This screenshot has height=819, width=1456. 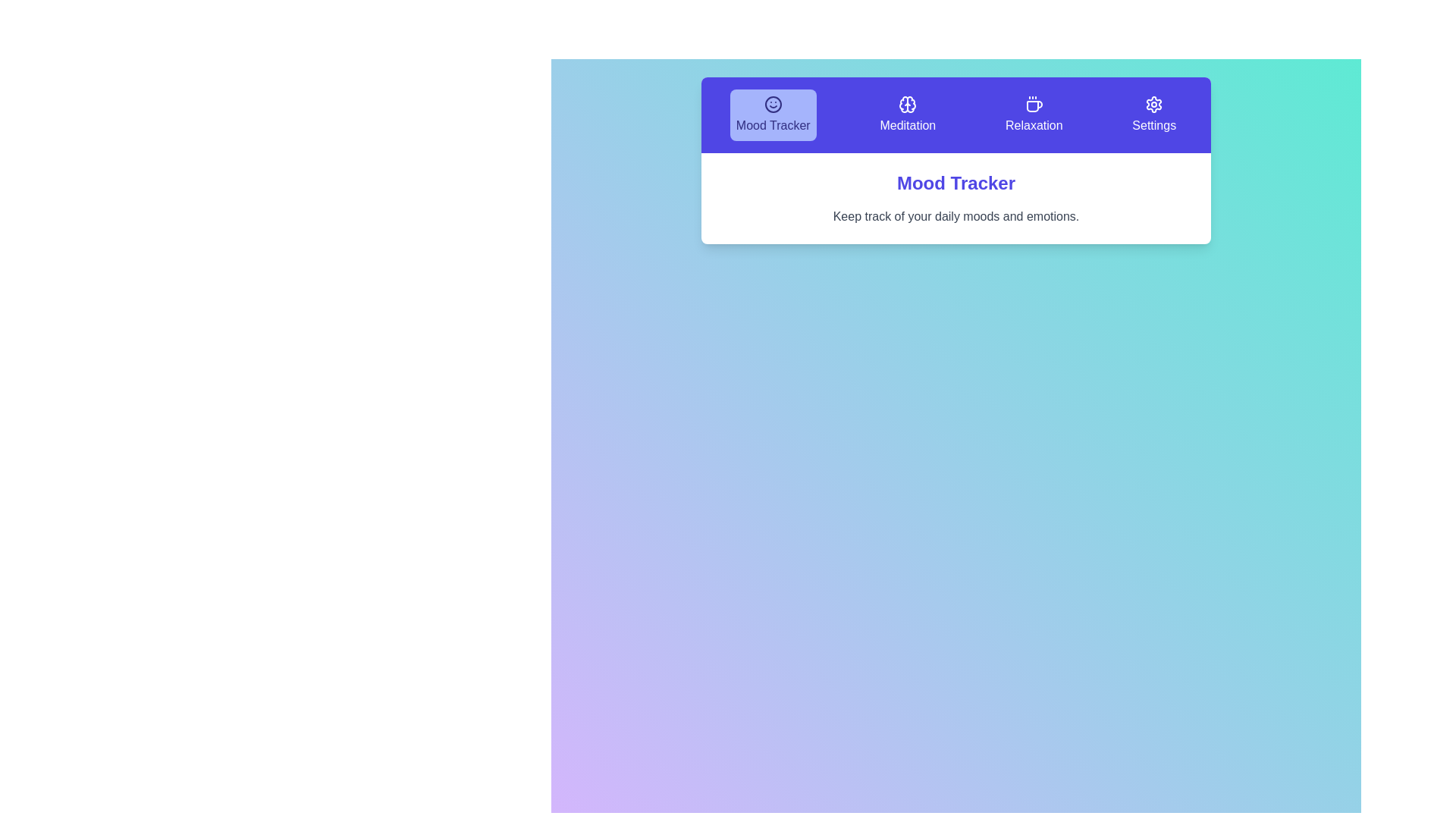 I want to click on the SVG circle element that forms the circular boundary of the smiley face in the 'Mood Tracker' icon, so click(x=773, y=104).